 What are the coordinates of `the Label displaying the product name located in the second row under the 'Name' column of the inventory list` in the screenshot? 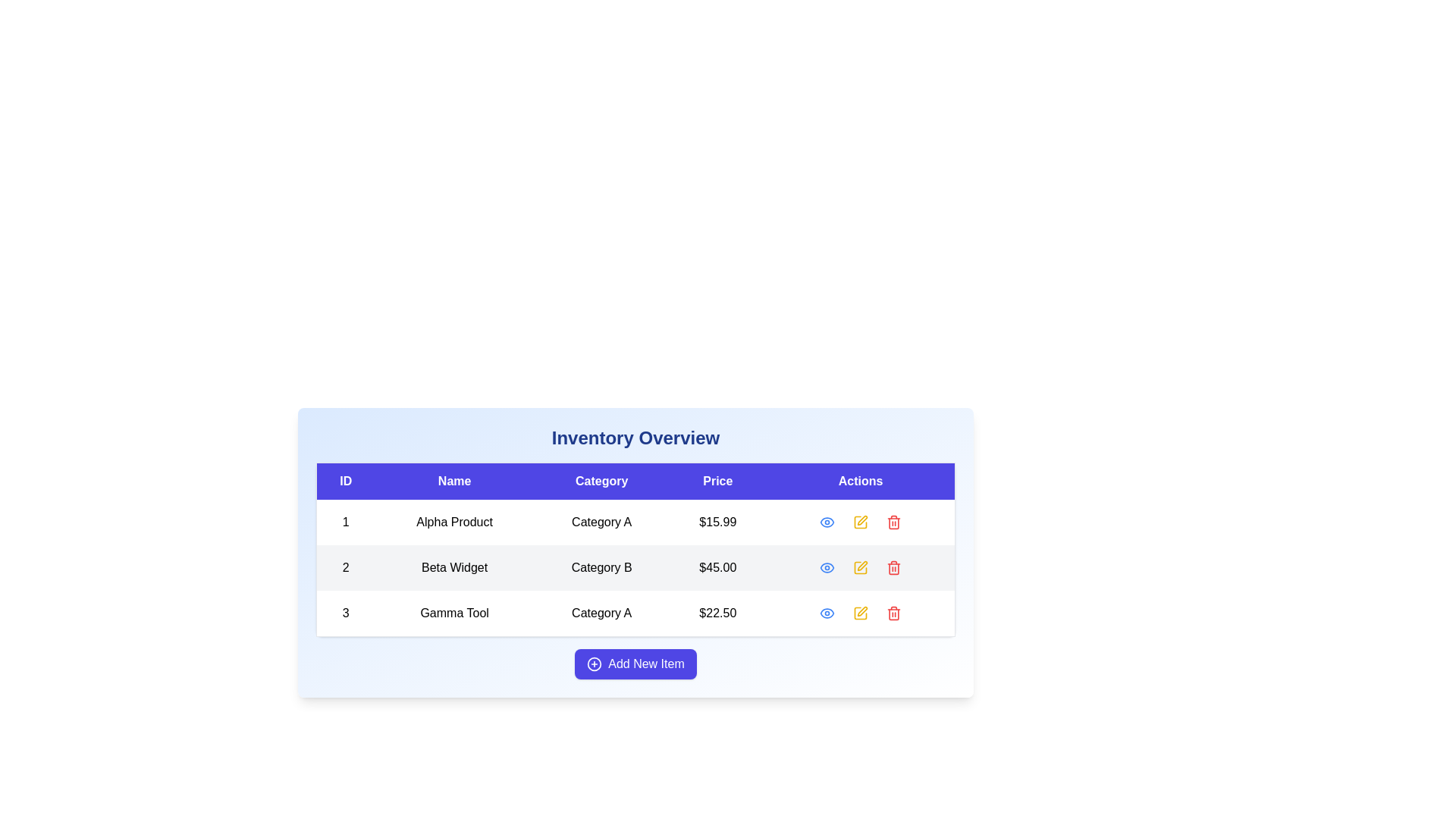 It's located at (453, 567).